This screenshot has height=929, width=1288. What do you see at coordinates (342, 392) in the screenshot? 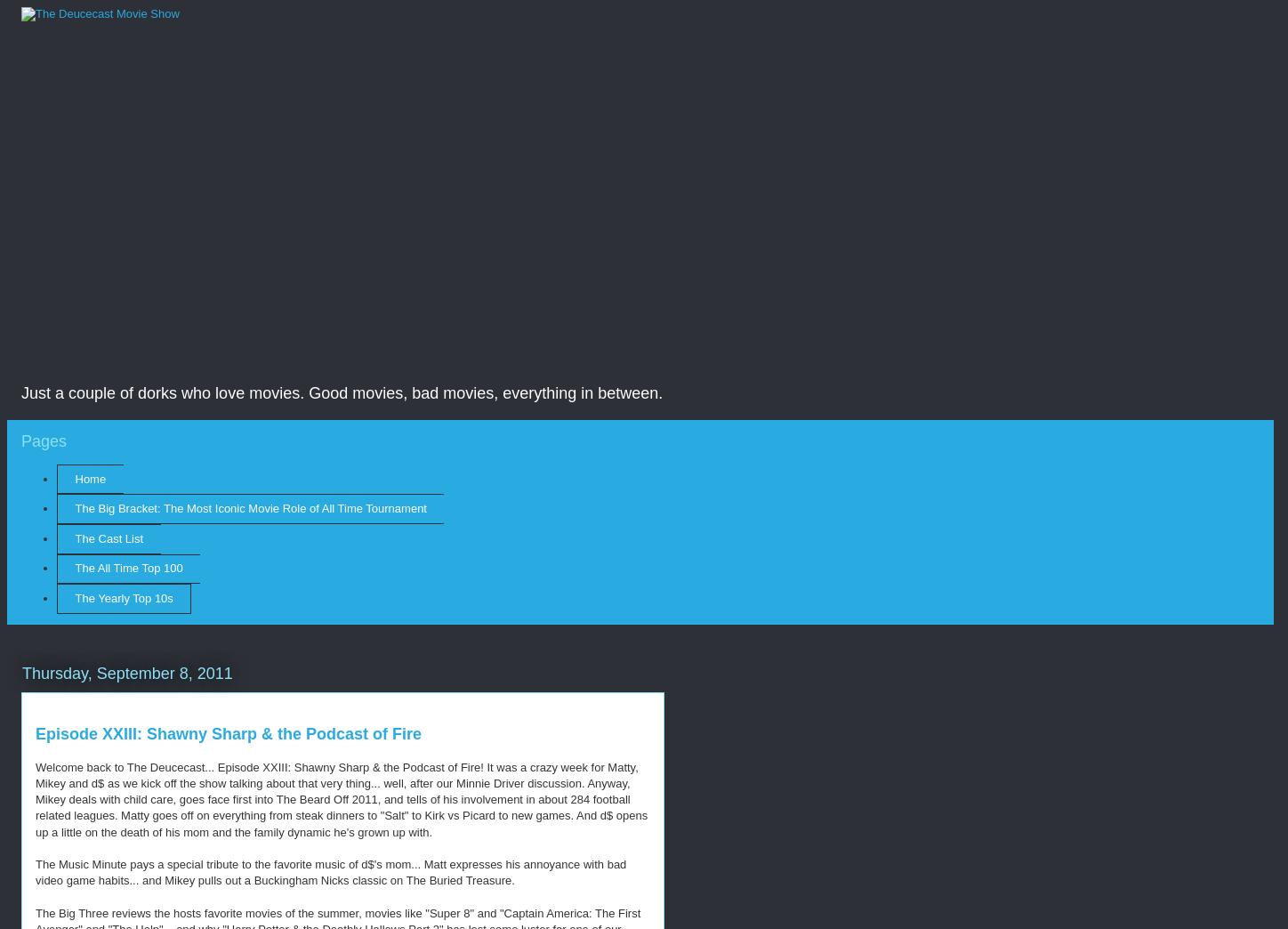
I see `'Just a couple of dorks who love movies. Good movies, bad movies, everything in between.'` at bounding box center [342, 392].